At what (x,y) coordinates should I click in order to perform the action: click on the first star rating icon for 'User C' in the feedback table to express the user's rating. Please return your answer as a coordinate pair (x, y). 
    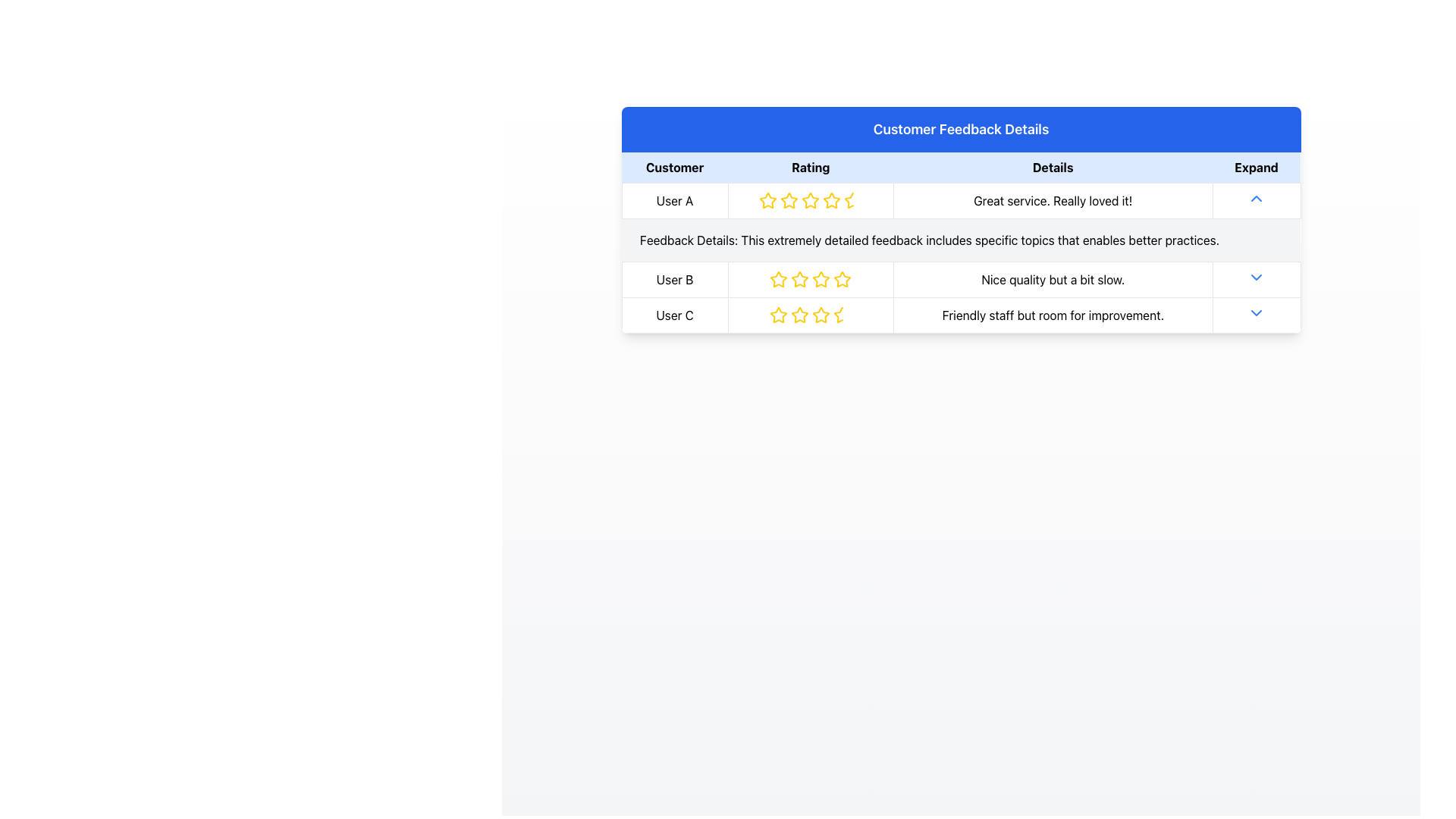
    Looking at the image, I should click on (779, 314).